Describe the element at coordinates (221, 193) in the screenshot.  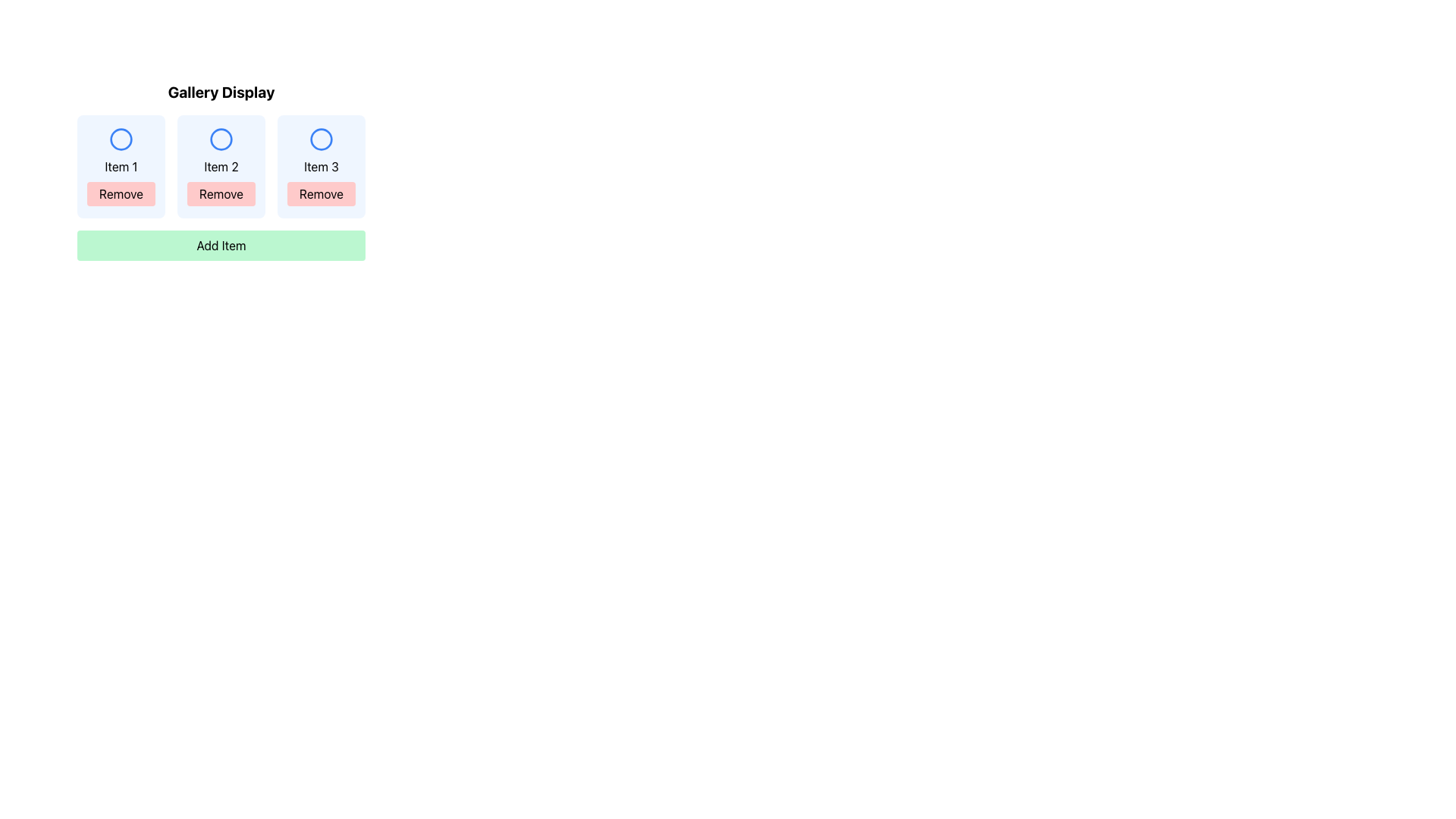
I see `the delete button located below 'Item 2' in the second column of the 'Gallery Display' to observe the hover effect` at that location.